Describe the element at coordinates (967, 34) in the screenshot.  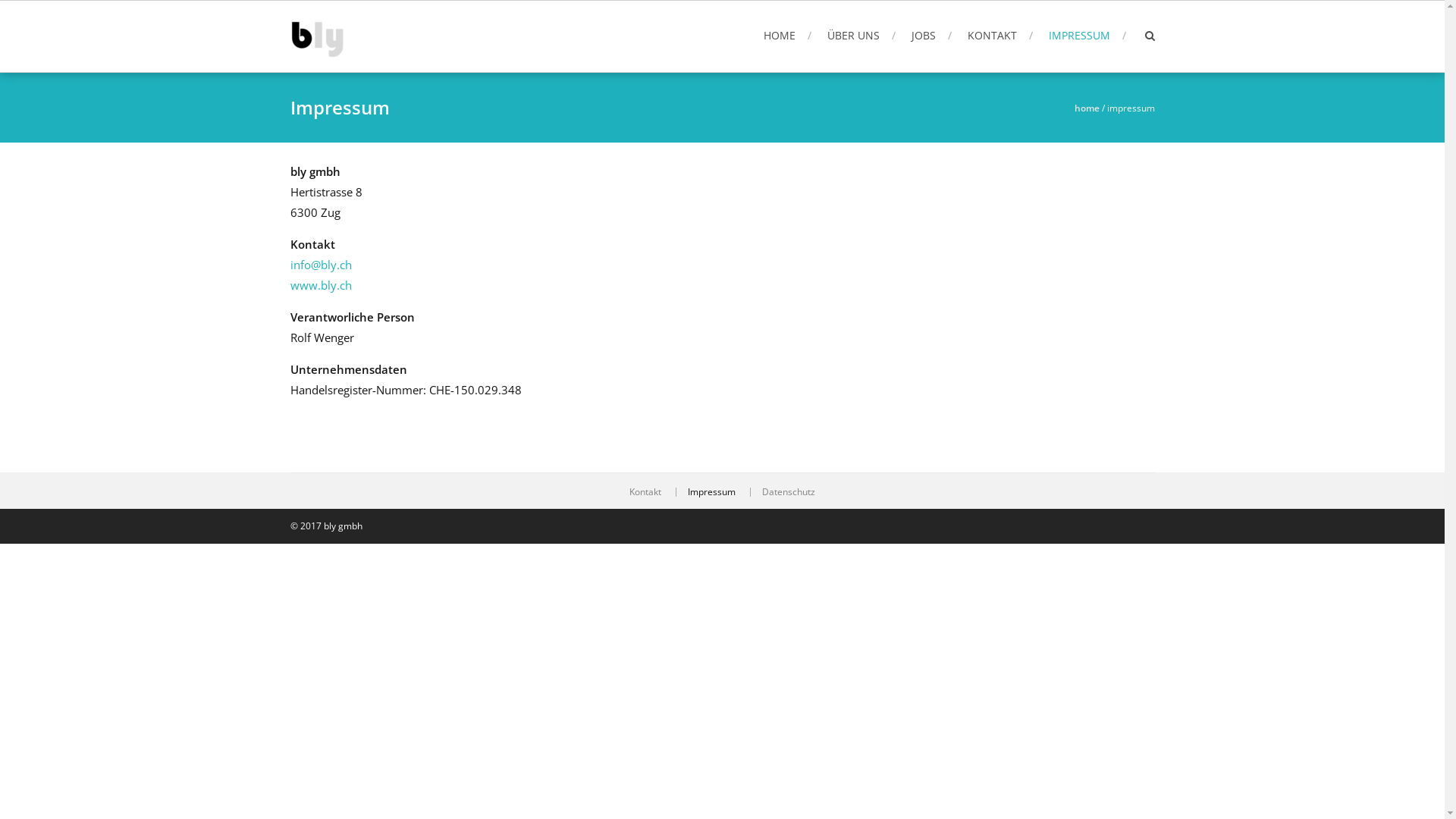
I see `'KONTAKT'` at that location.